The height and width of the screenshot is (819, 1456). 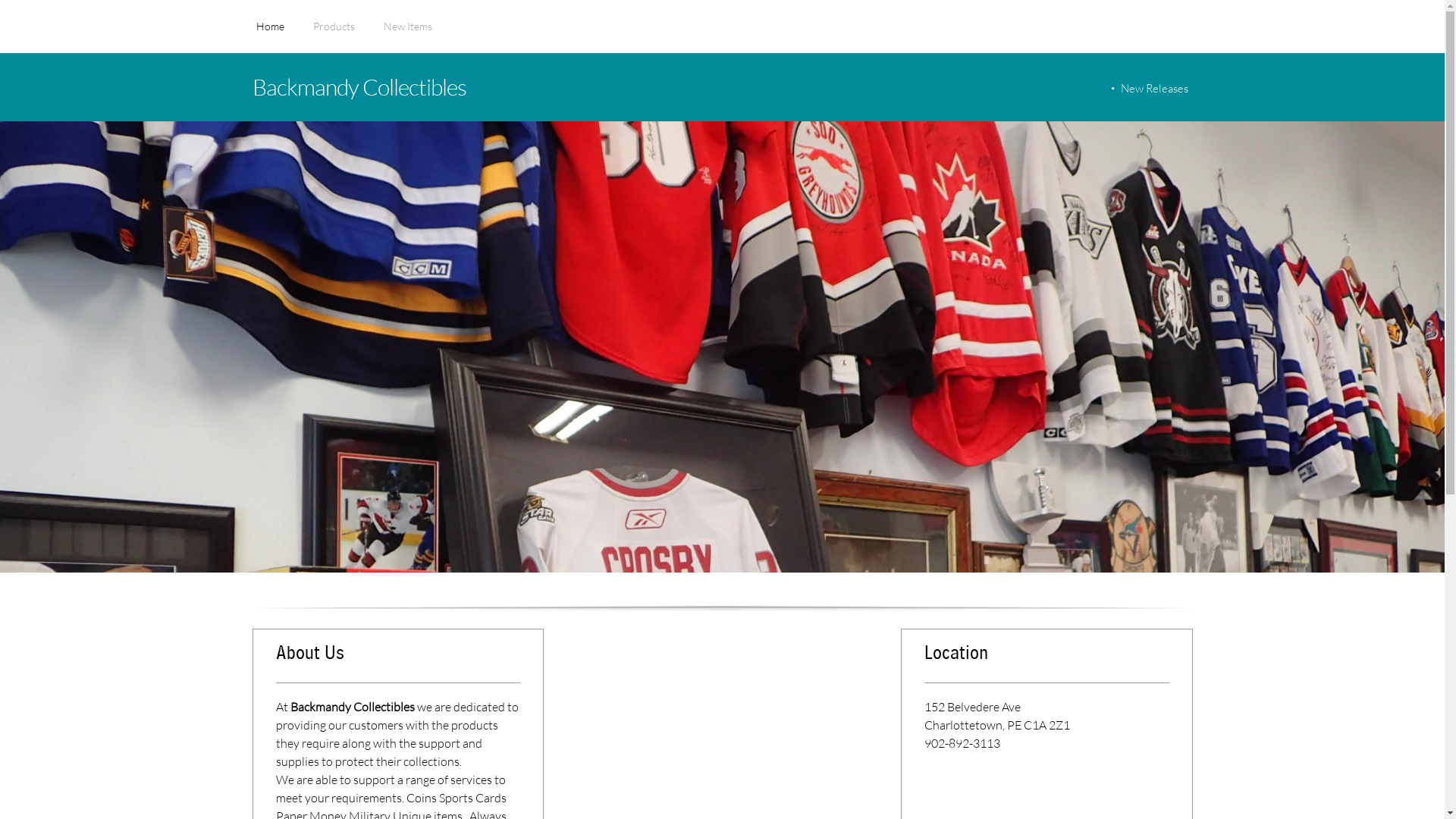 I want to click on 'Products', so click(x=332, y=34).